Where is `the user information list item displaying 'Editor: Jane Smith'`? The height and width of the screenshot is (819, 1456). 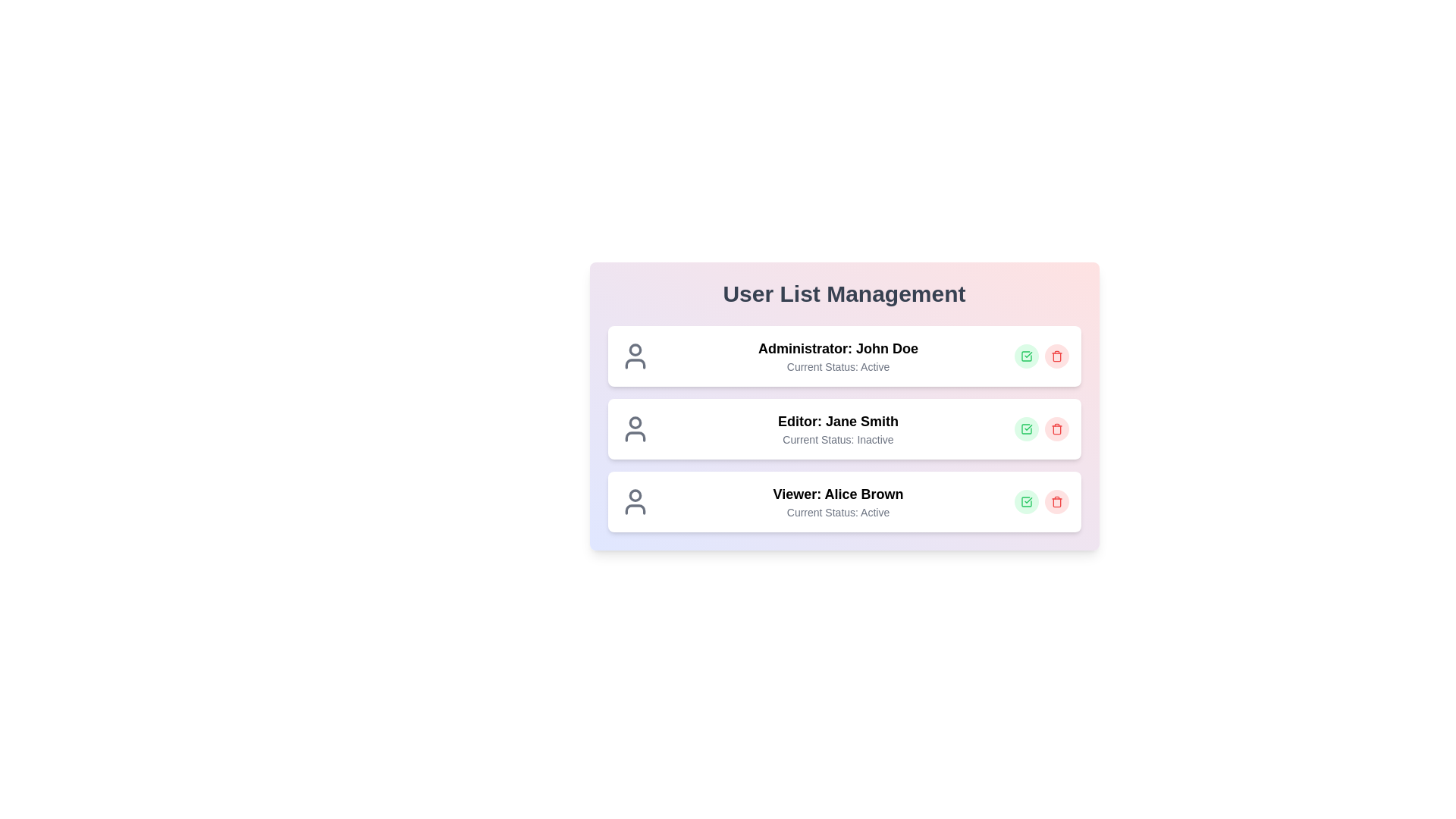 the user information list item displaying 'Editor: Jane Smith' is located at coordinates (843, 429).